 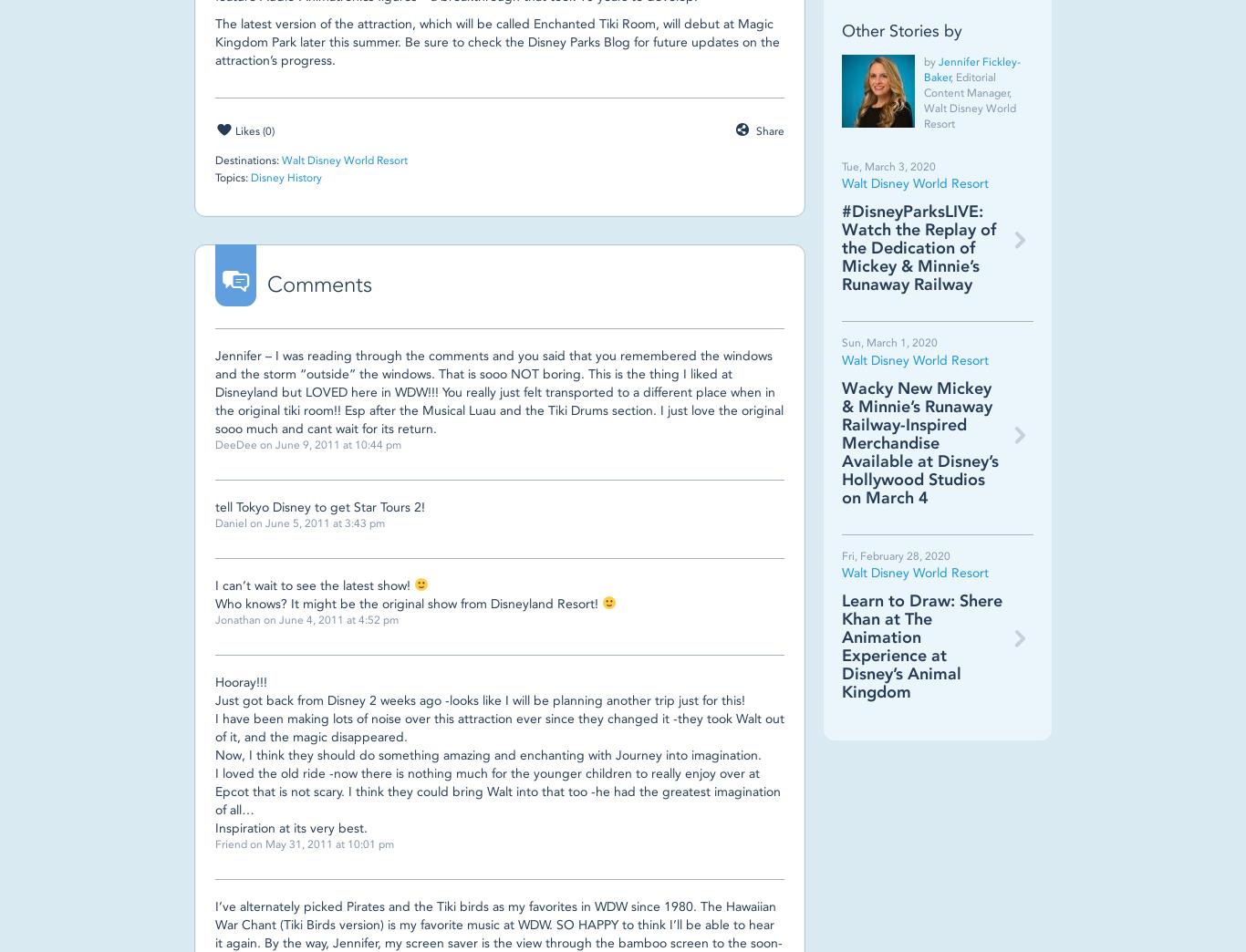 I want to click on 'on June 5, 2011 at 3:43 pm', so click(x=315, y=522).